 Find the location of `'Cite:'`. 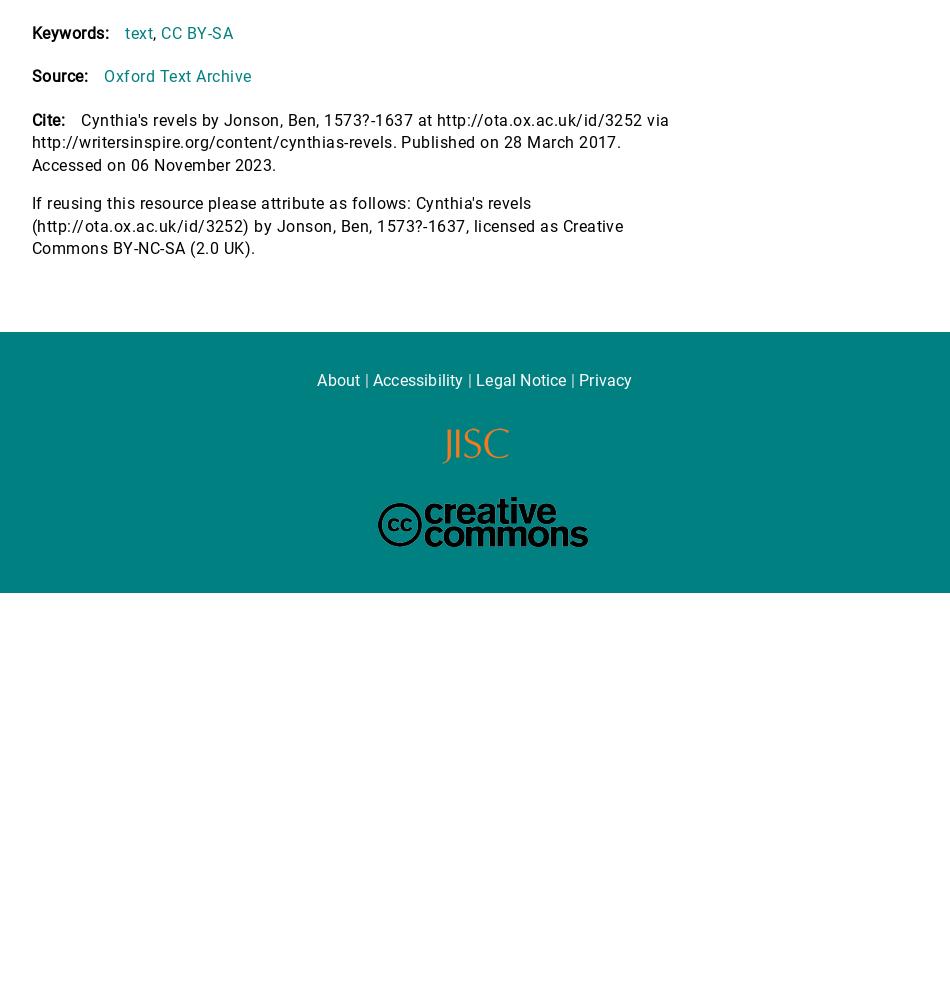

'Cite:' is located at coordinates (48, 119).